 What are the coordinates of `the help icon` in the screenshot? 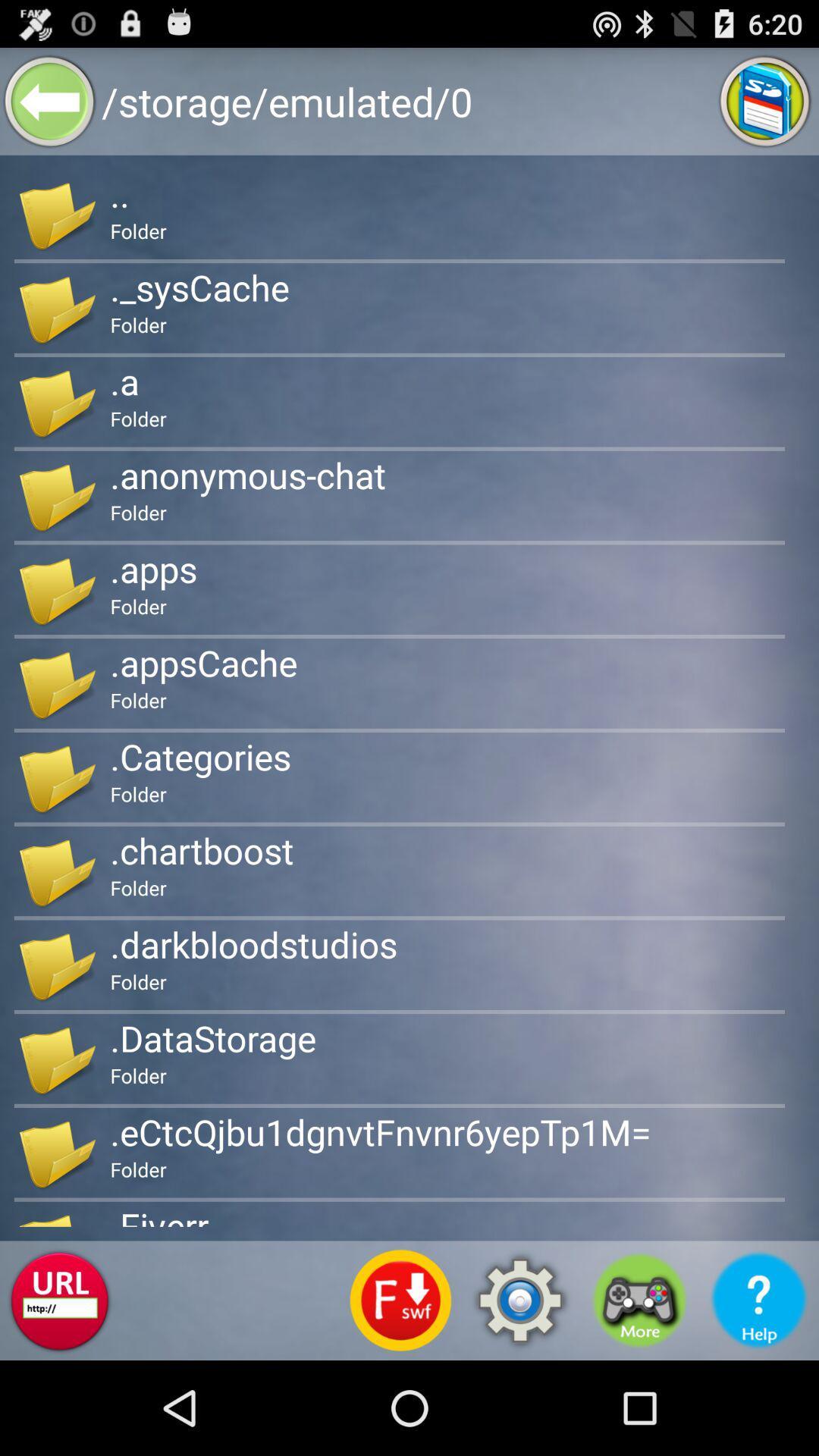 It's located at (759, 1392).